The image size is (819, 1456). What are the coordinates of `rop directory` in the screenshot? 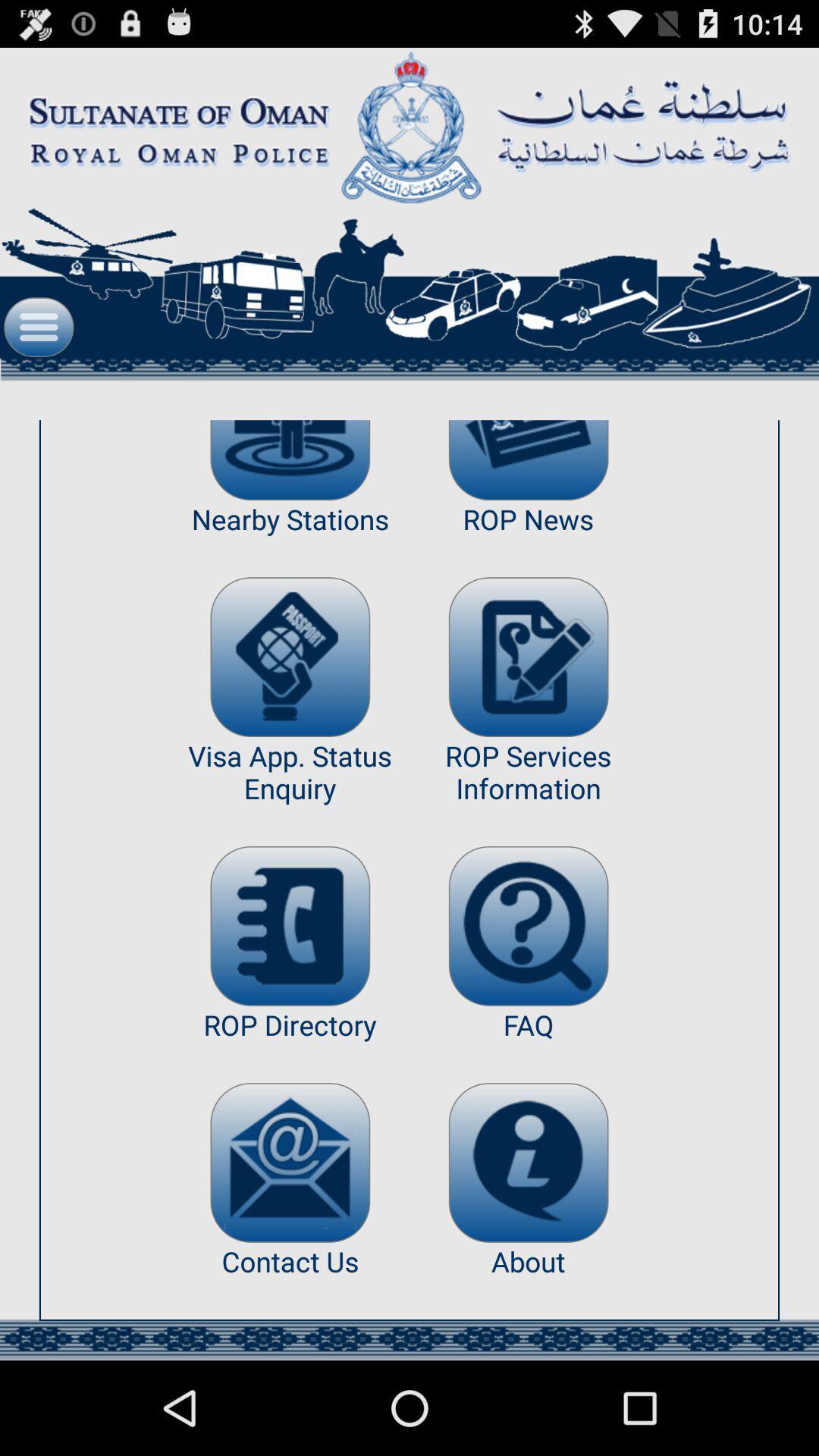 It's located at (290, 925).